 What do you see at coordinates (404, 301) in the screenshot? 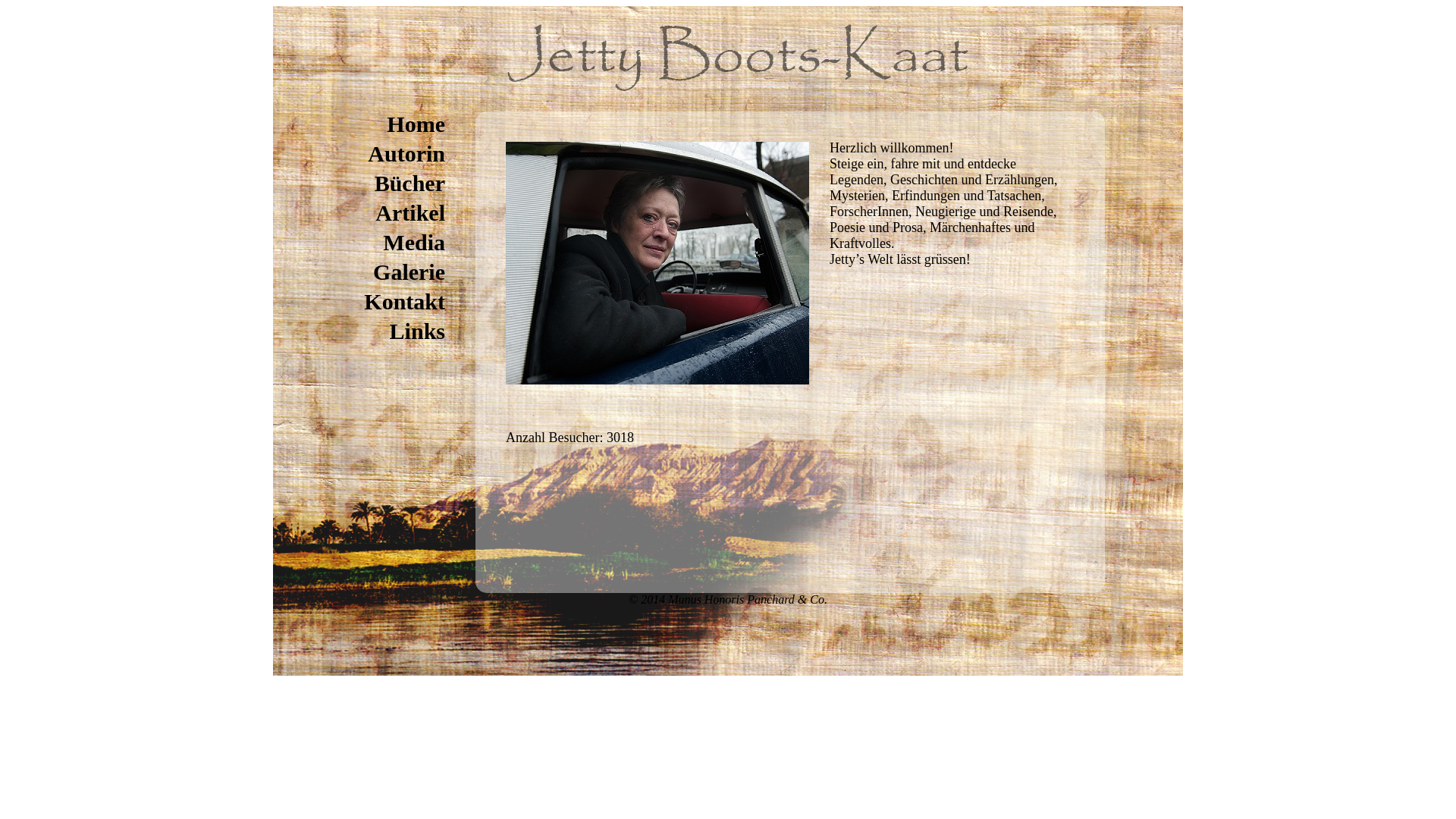
I see `'Kontakt'` at bounding box center [404, 301].